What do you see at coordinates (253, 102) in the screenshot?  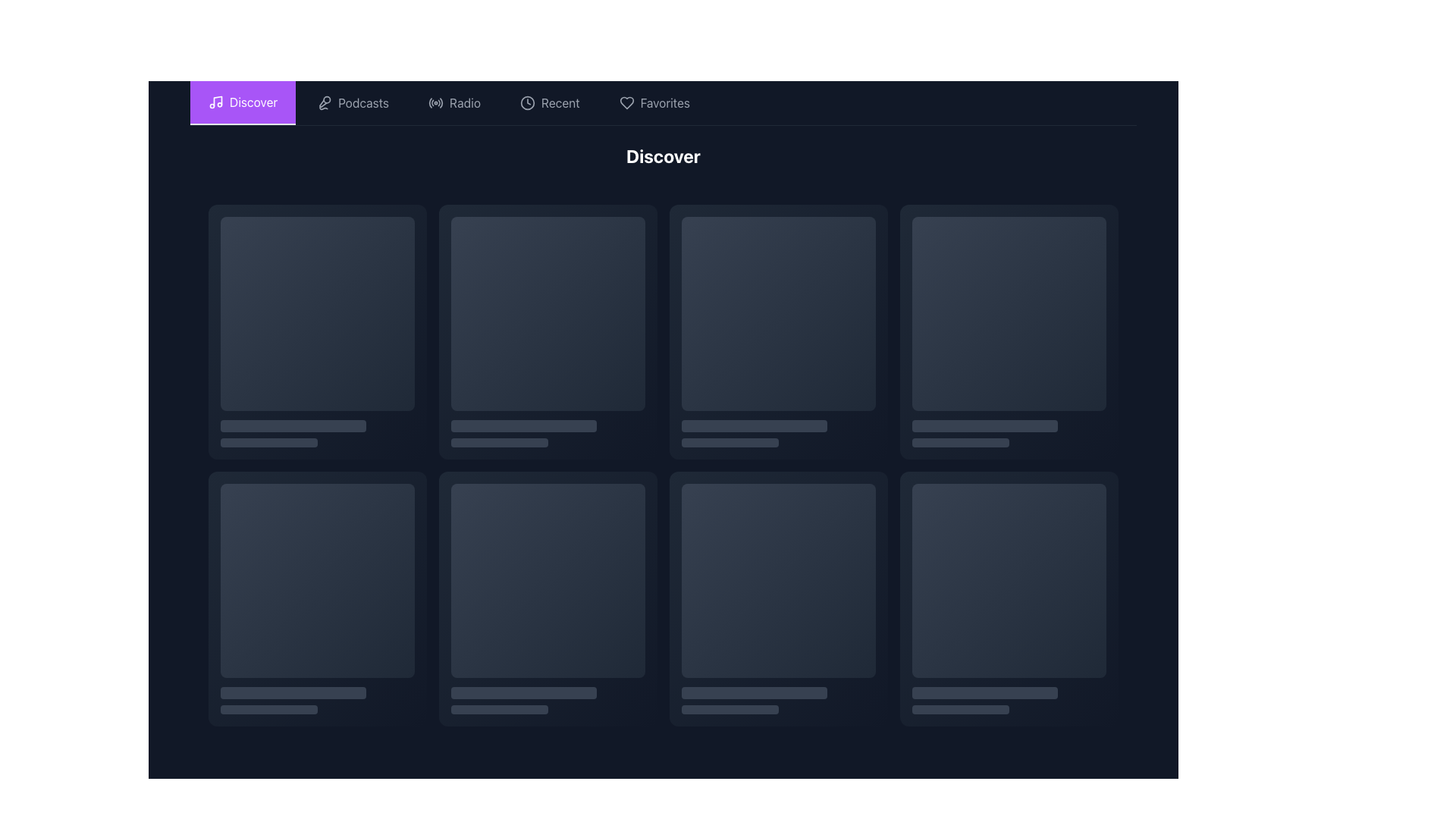 I see `the 'Discover' text label, which is styled in white font on a purple background` at bounding box center [253, 102].